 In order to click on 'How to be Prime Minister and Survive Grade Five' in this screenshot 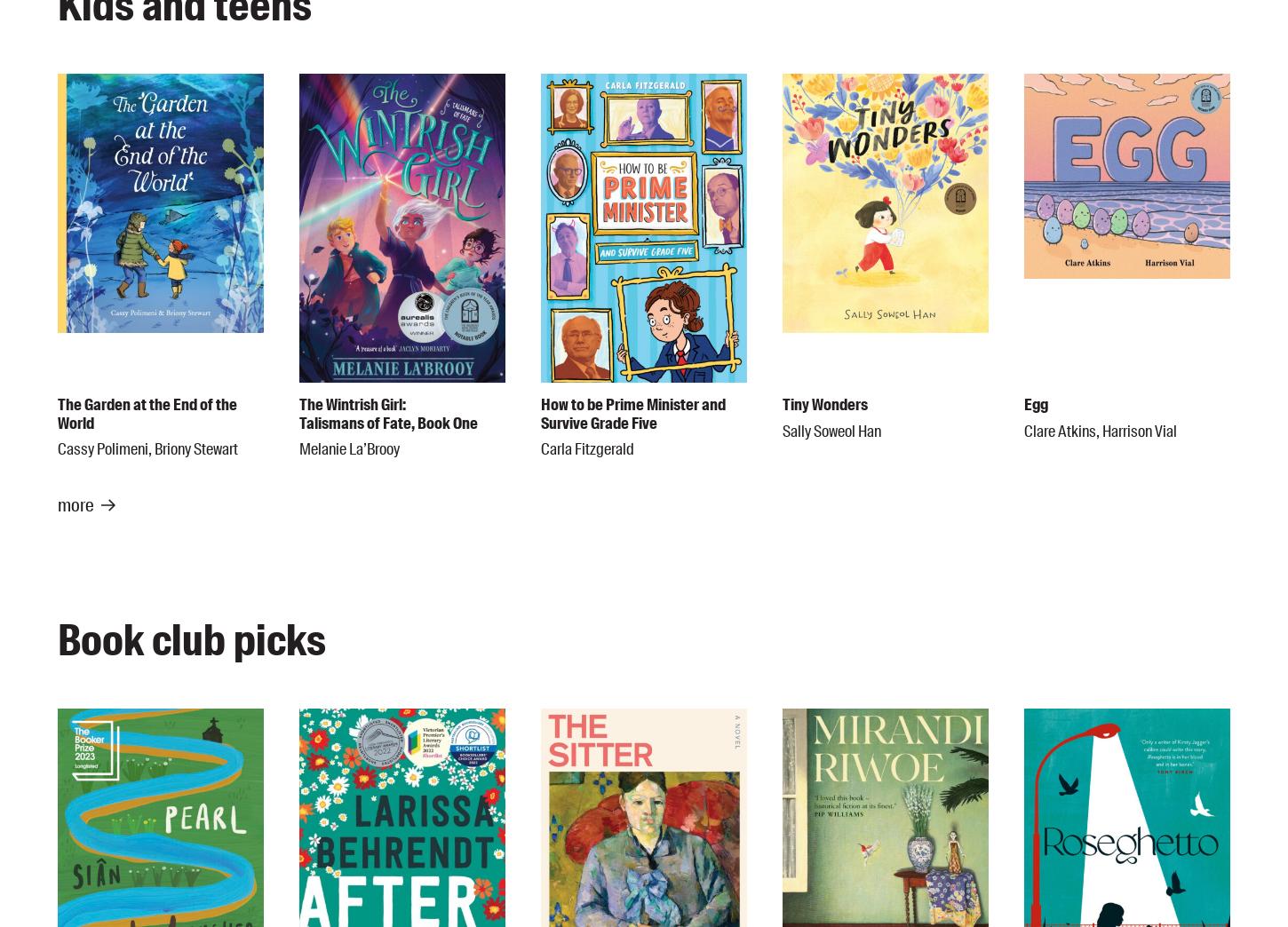, I will do `click(632, 413)`.